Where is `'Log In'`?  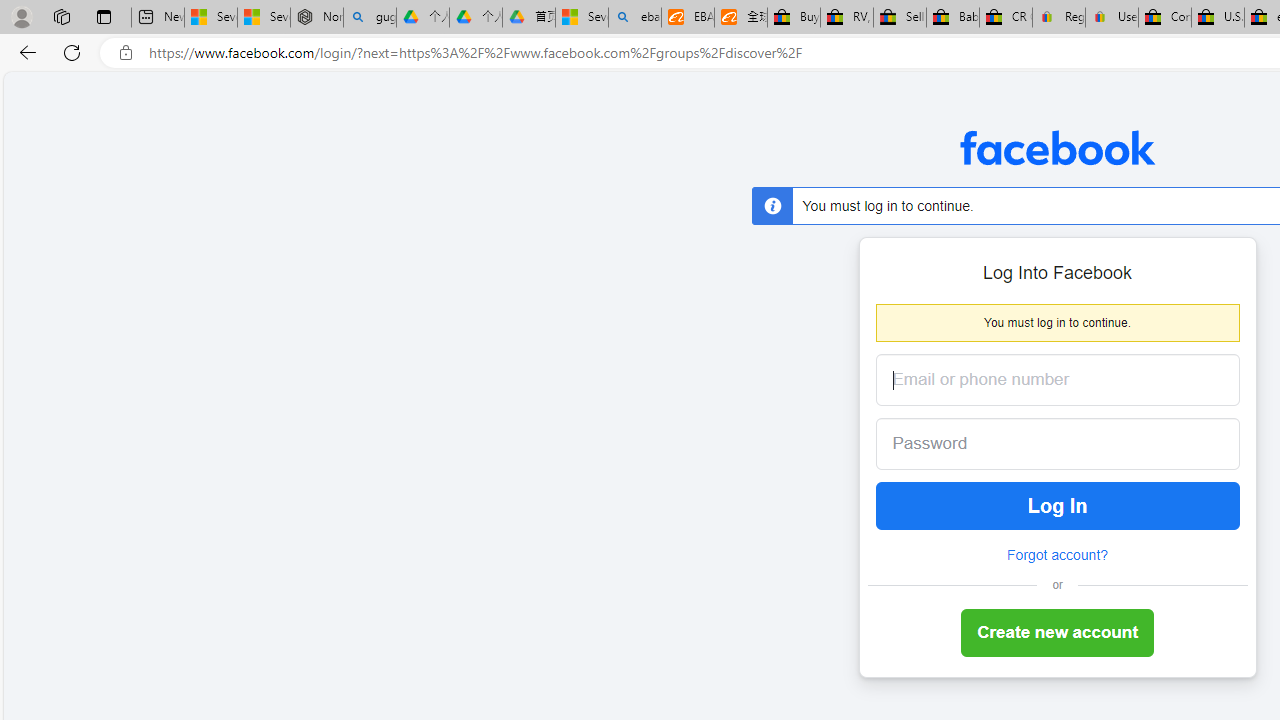
'Log In' is located at coordinates (1056, 505).